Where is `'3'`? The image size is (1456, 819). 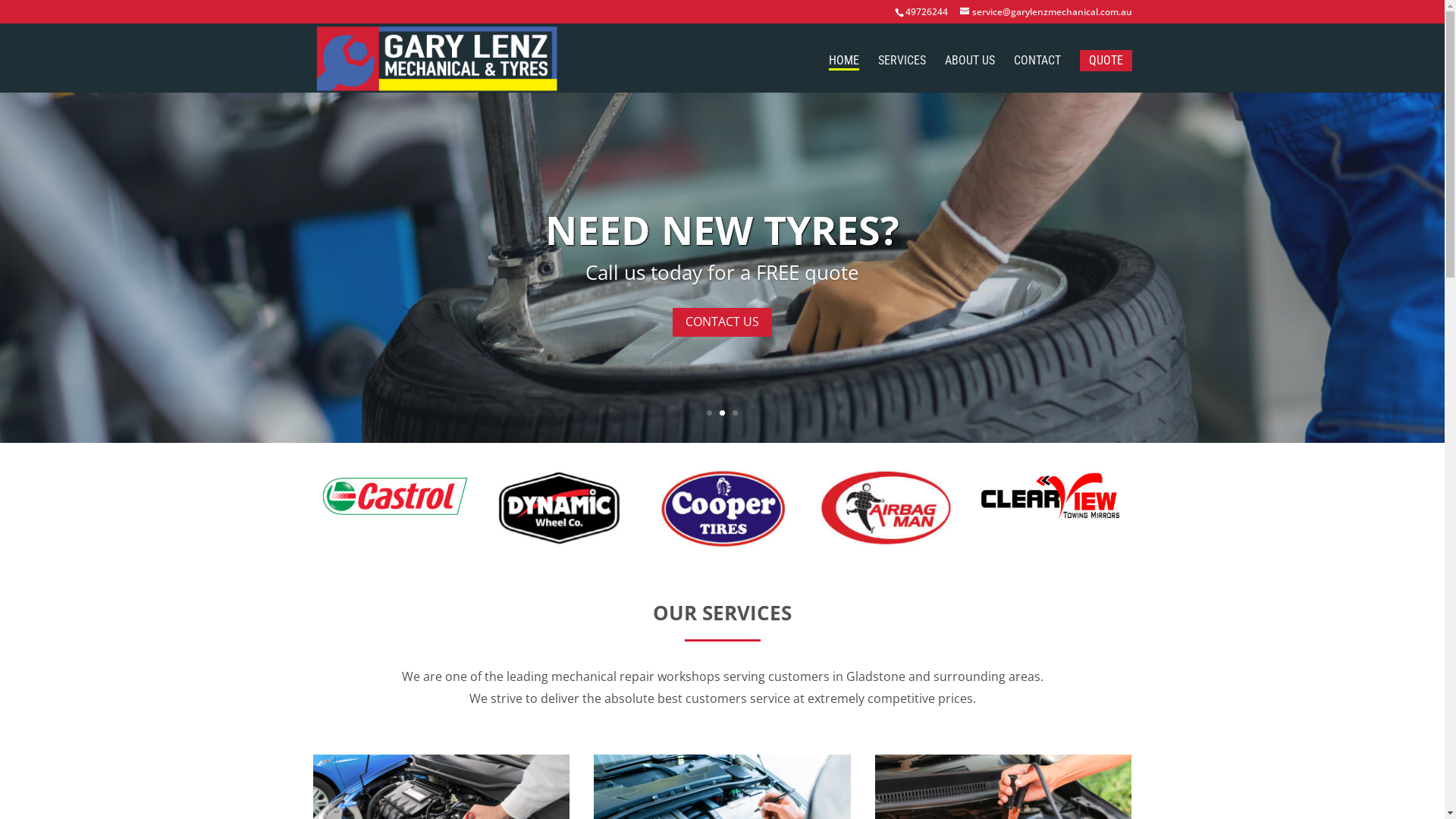 '3' is located at coordinates (735, 413).